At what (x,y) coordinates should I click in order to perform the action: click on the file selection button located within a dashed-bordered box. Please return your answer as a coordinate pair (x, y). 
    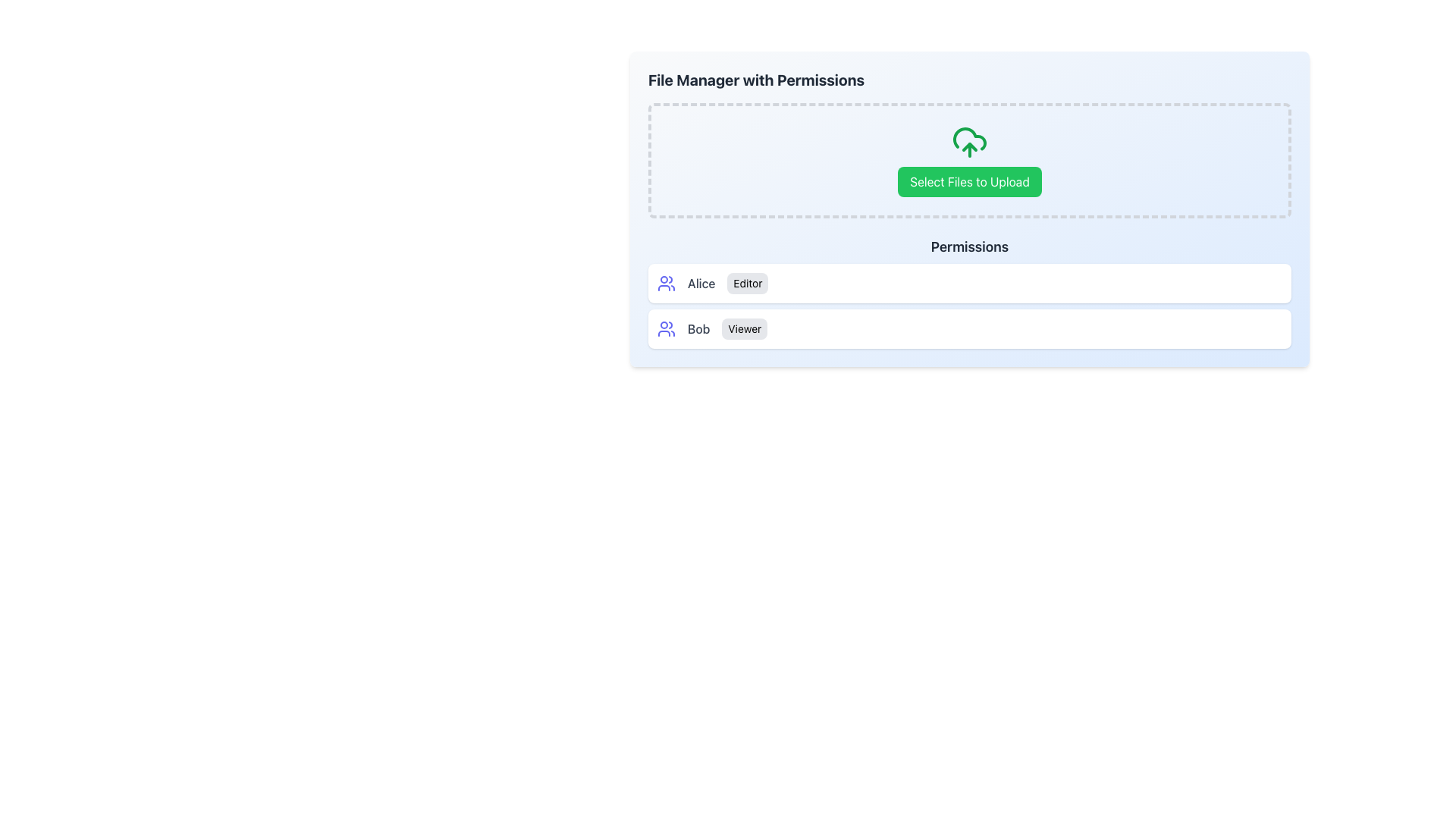
    Looking at the image, I should click on (968, 161).